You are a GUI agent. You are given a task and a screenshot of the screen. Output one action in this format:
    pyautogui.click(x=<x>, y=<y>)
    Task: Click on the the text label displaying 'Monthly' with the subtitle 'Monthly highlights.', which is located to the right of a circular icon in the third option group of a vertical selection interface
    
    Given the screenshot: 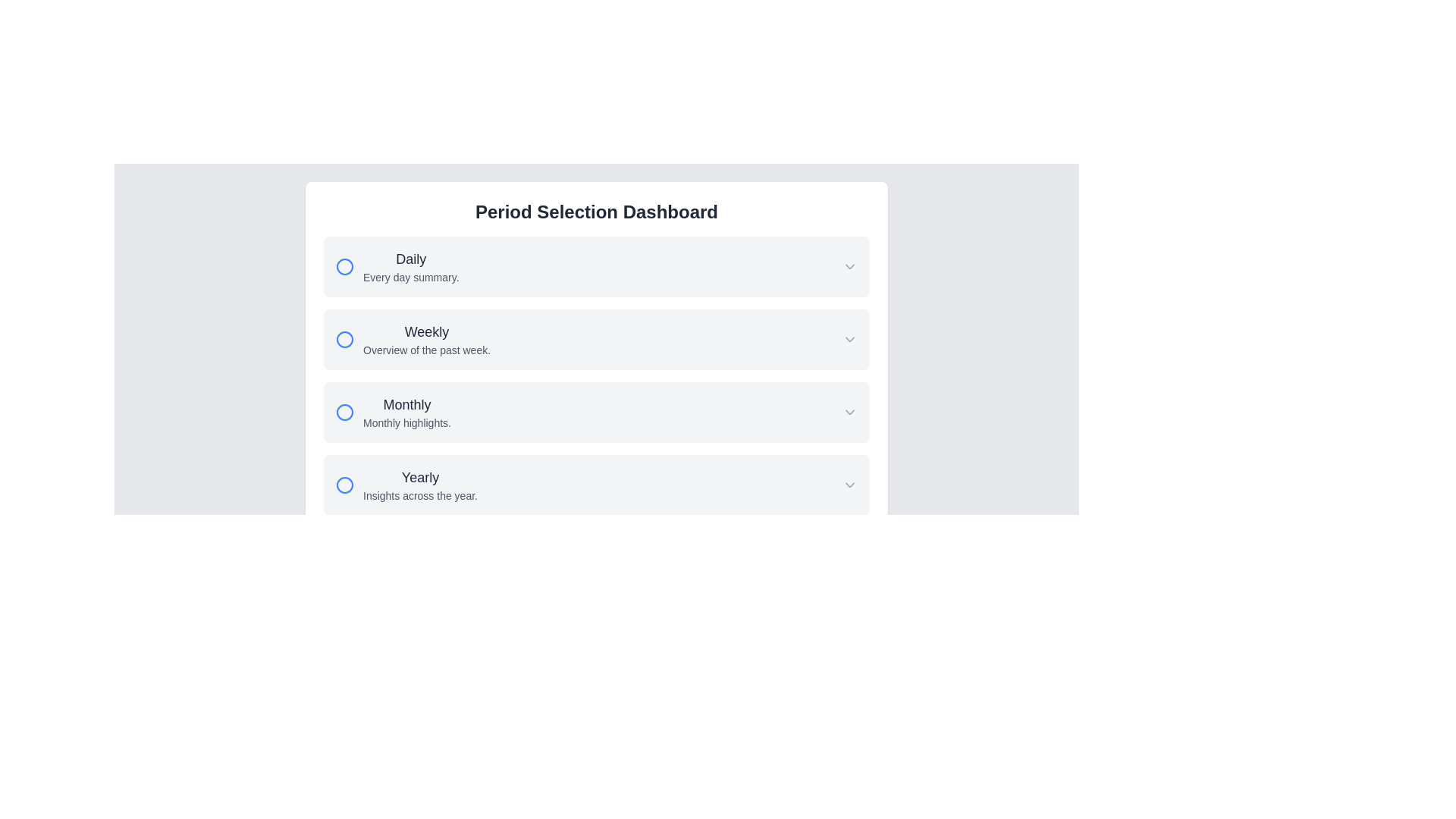 What is the action you would take?
    pyautogui.click(x=393, y=412)
    